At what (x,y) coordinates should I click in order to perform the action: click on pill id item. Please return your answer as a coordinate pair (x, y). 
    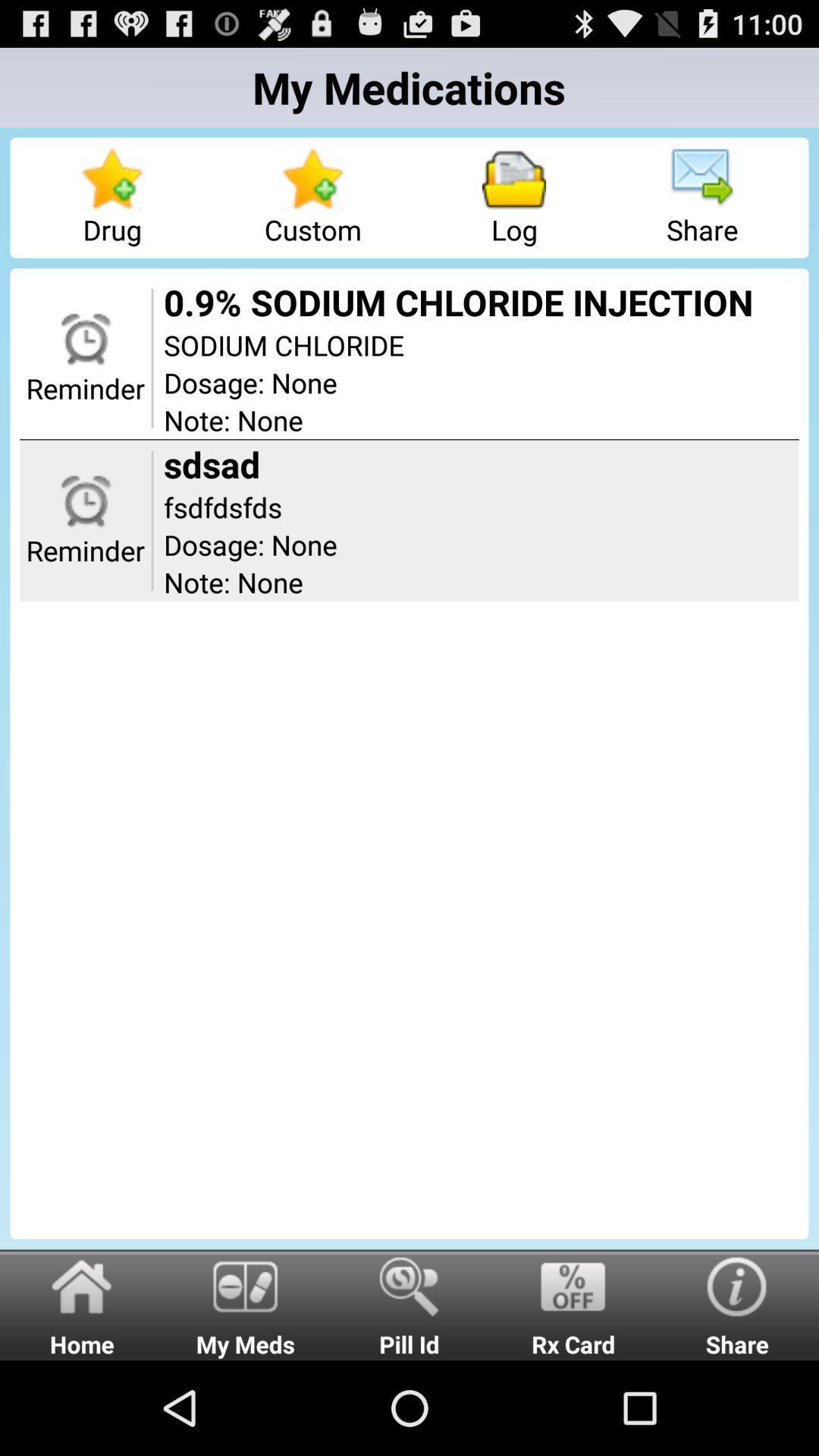
    Looking at the image, I should click on (409, 1304).